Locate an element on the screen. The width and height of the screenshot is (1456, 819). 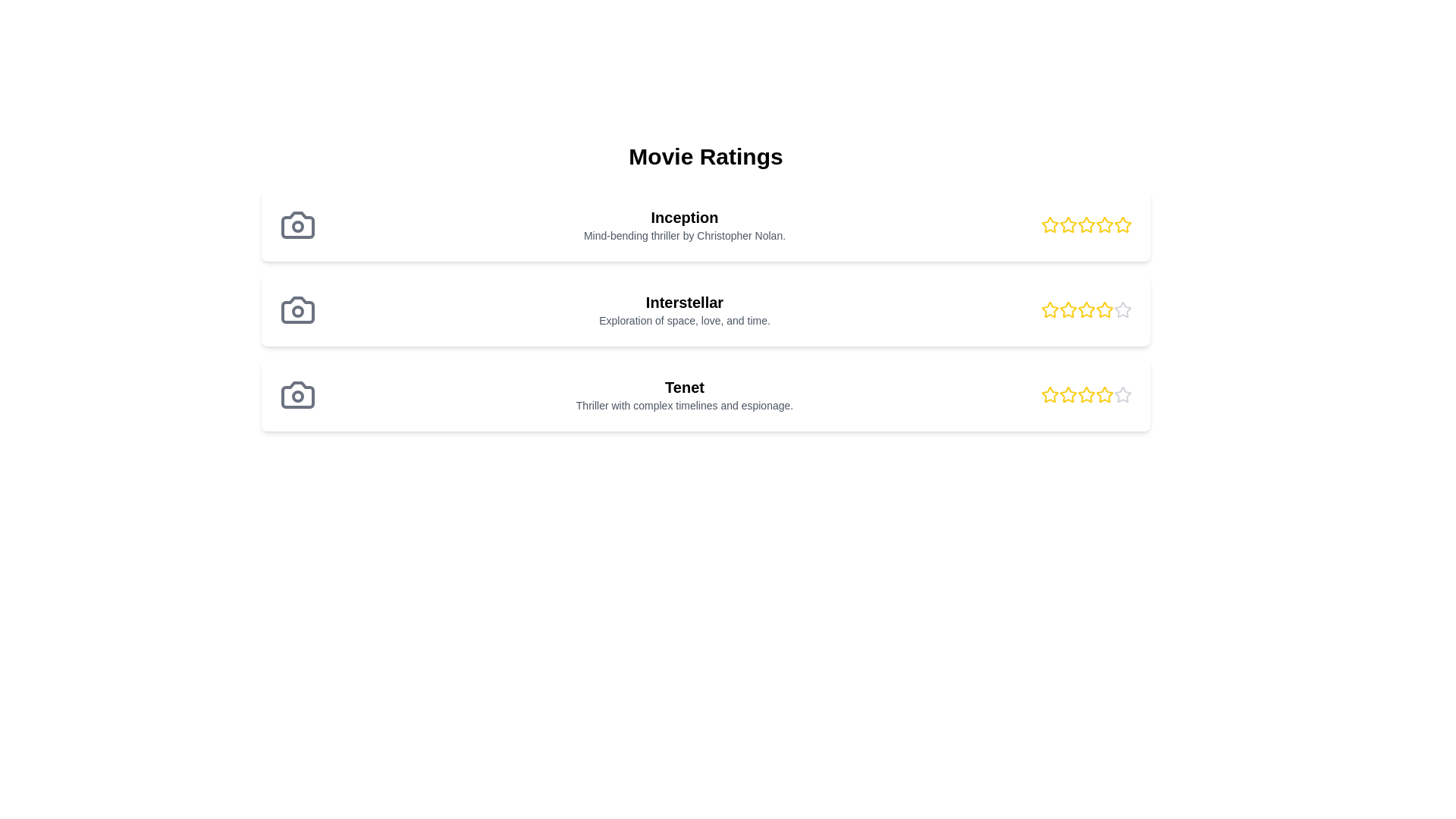
the second star icon in the 'Interstellar' rating section is located at coordinates (1066, 309).